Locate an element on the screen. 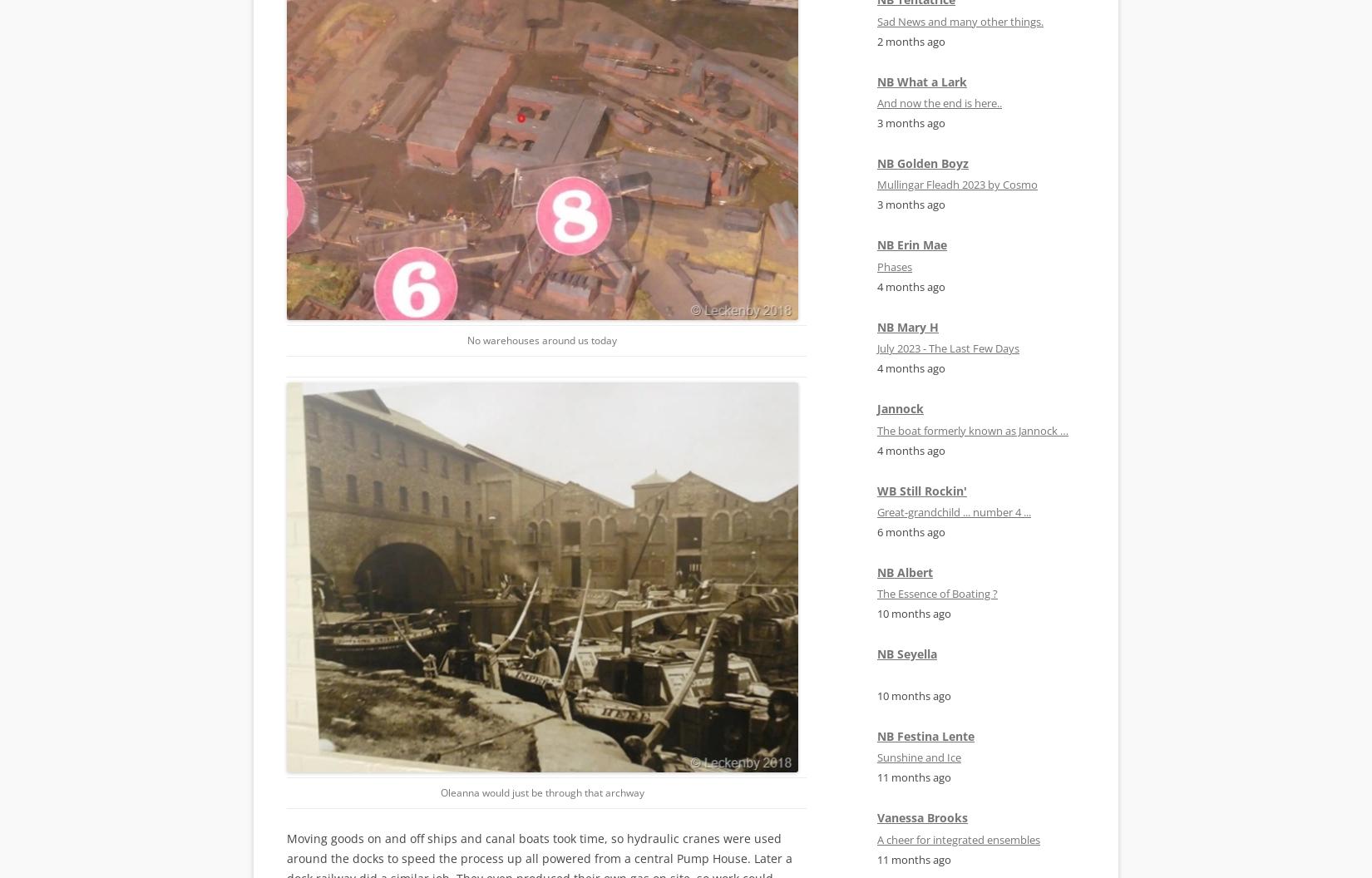 The image size is (1372, 878). 'And now the end is here..' is located at coordinates (939, 101).